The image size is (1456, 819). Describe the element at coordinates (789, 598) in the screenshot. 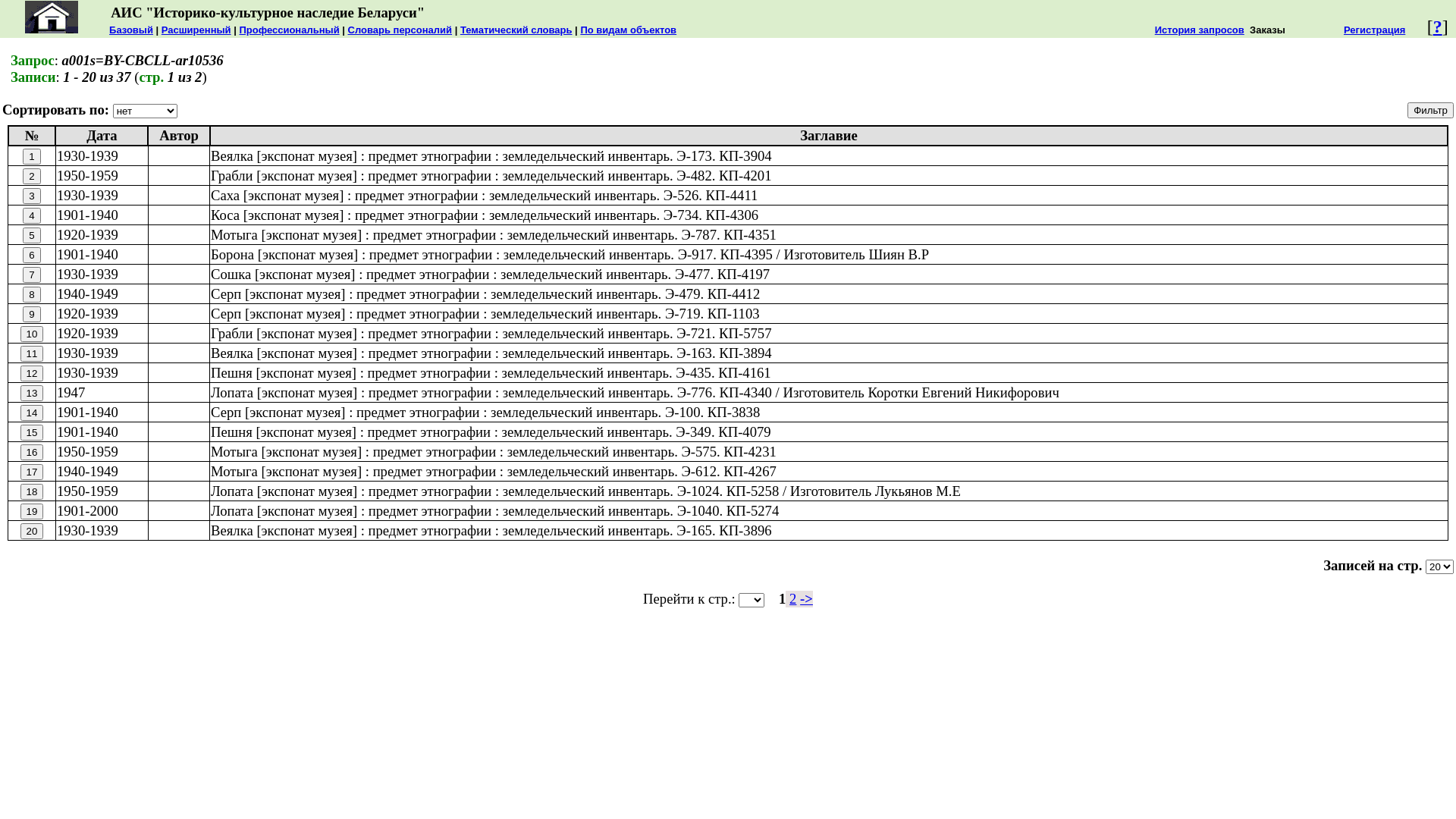

I see `'2'` at that location.